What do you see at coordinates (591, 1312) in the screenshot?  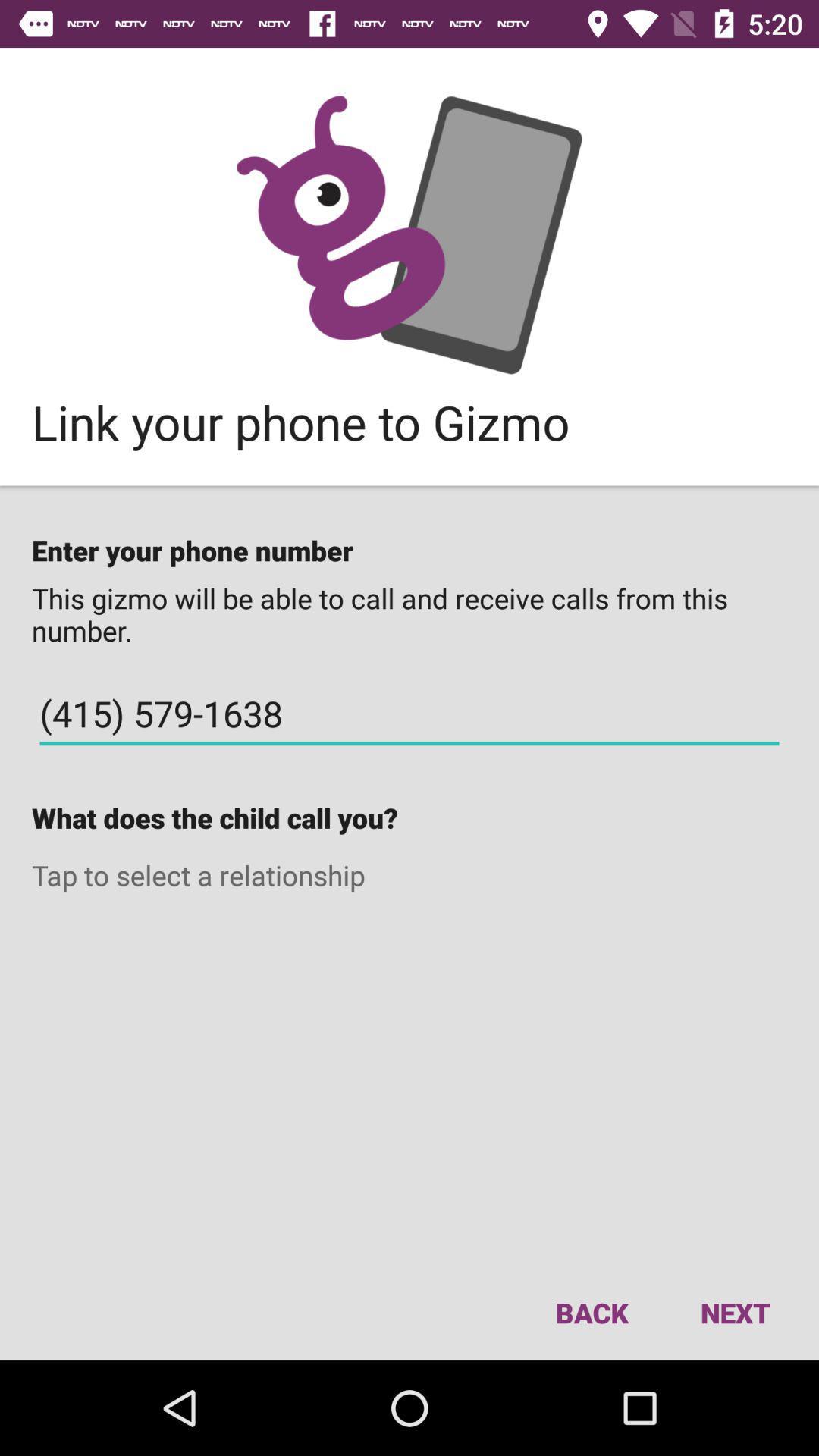 I see `the icon next to the next icon` at bounding box center [591, 1312].